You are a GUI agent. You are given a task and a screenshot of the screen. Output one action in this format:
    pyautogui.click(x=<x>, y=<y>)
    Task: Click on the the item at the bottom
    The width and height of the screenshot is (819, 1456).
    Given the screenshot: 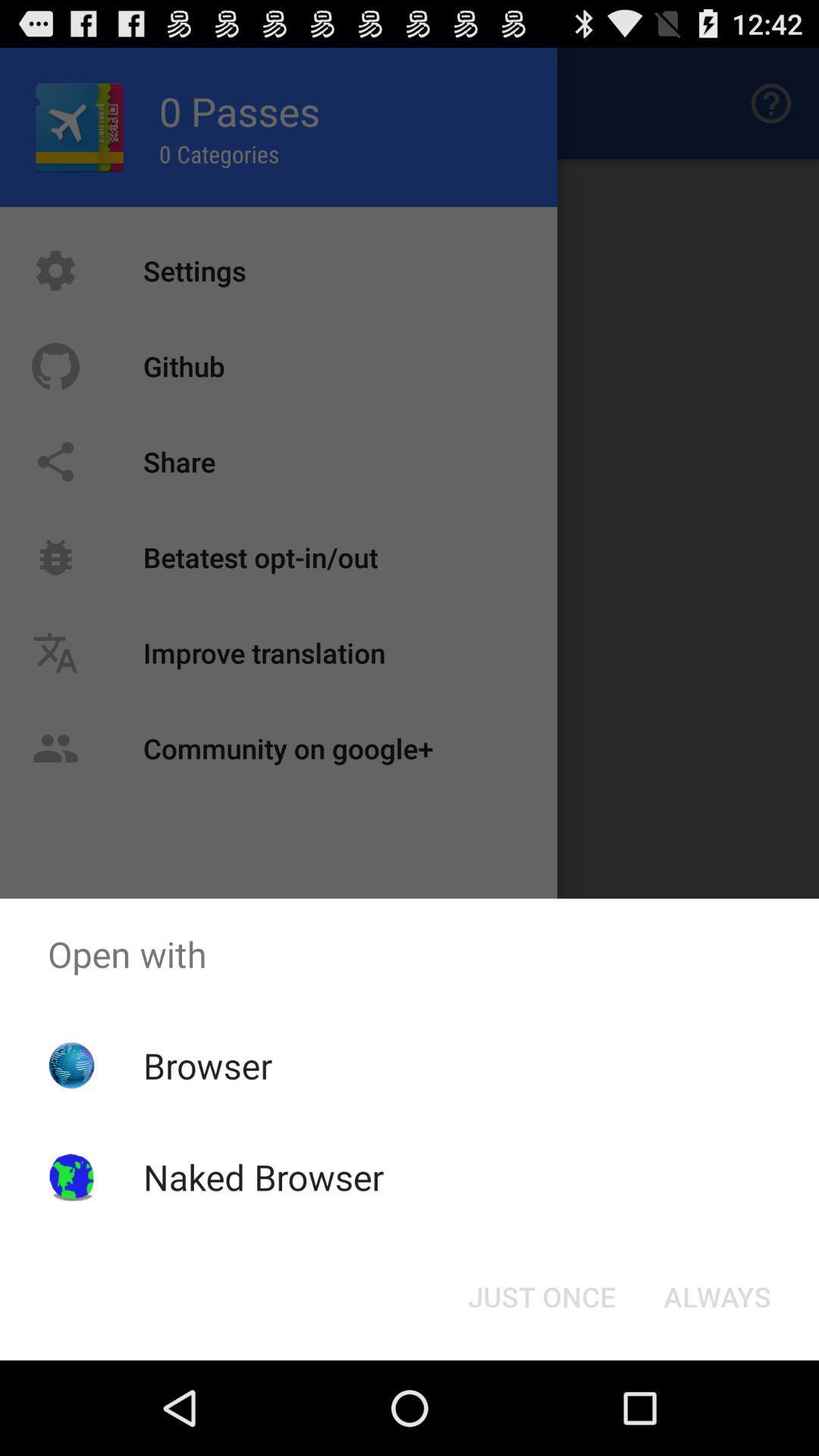 What is the action you would take?
    pyautogui.click(x=541, y=1295)
    